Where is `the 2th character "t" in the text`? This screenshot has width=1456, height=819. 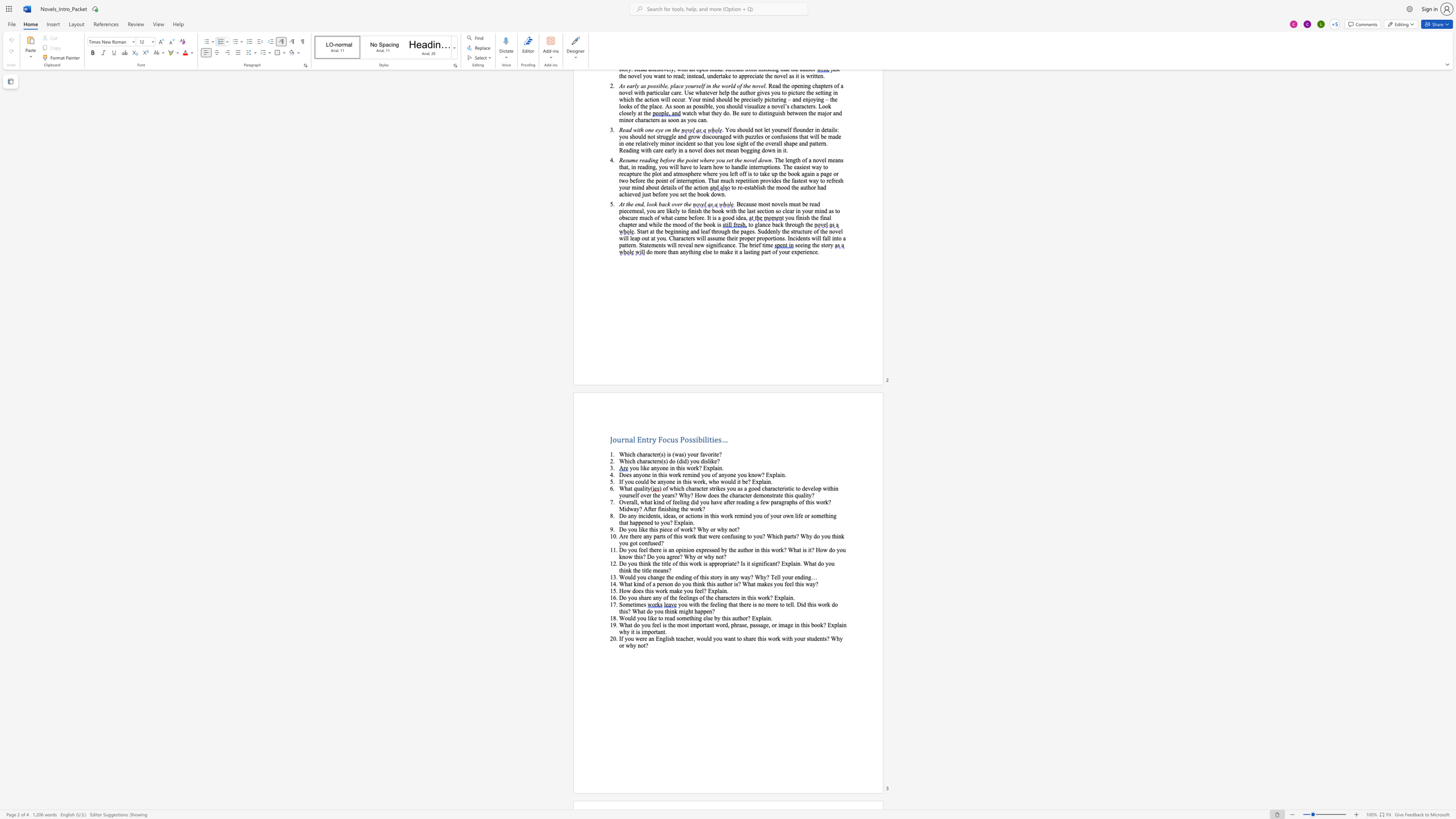
the 2th character "t" in the text is located at coordinates (730, 549).